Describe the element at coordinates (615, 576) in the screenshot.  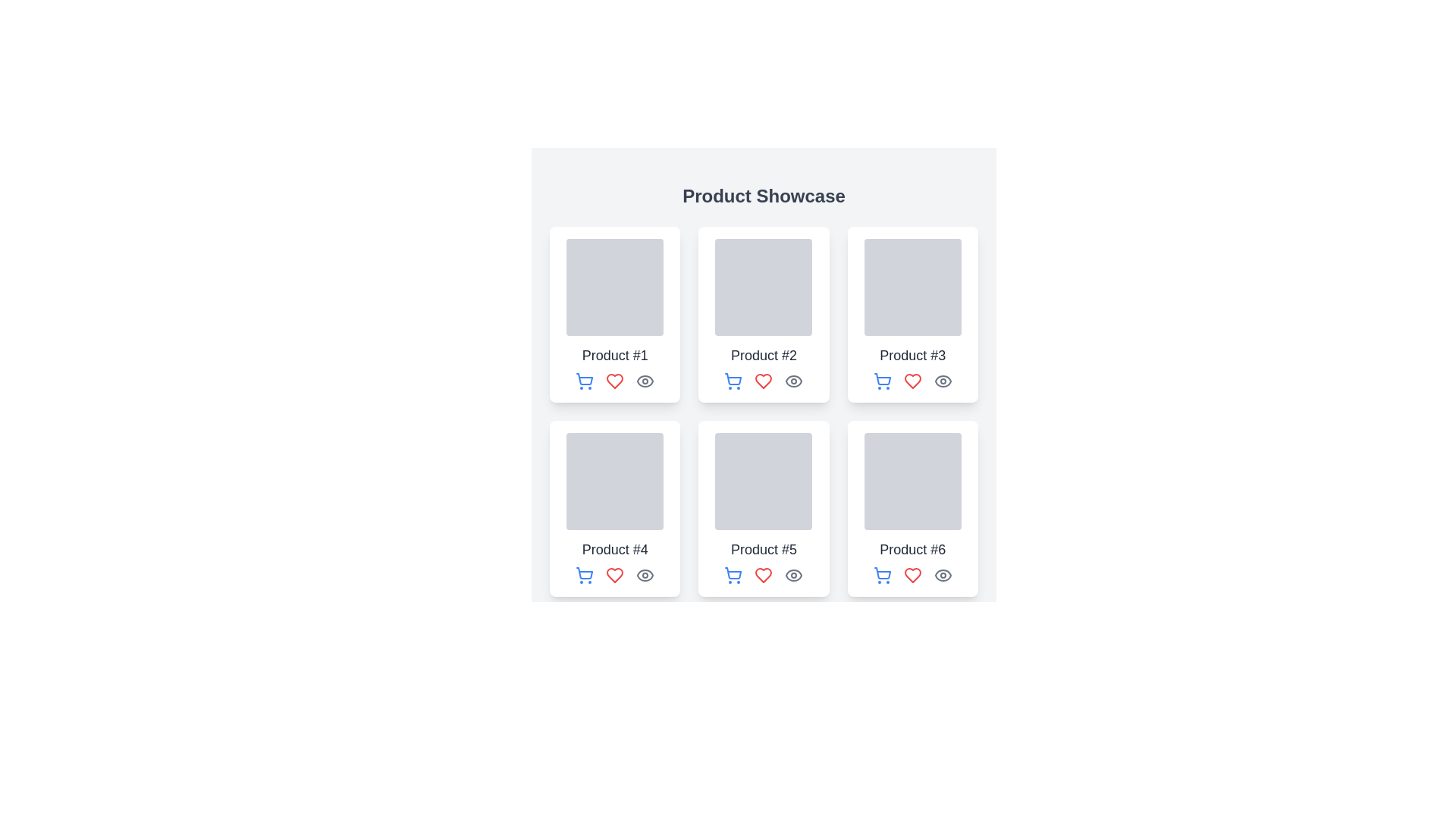
I see `the heart-shaped favorite button outlined in red located under 'Product #4' to favorite or un-favorite the product` at that location.